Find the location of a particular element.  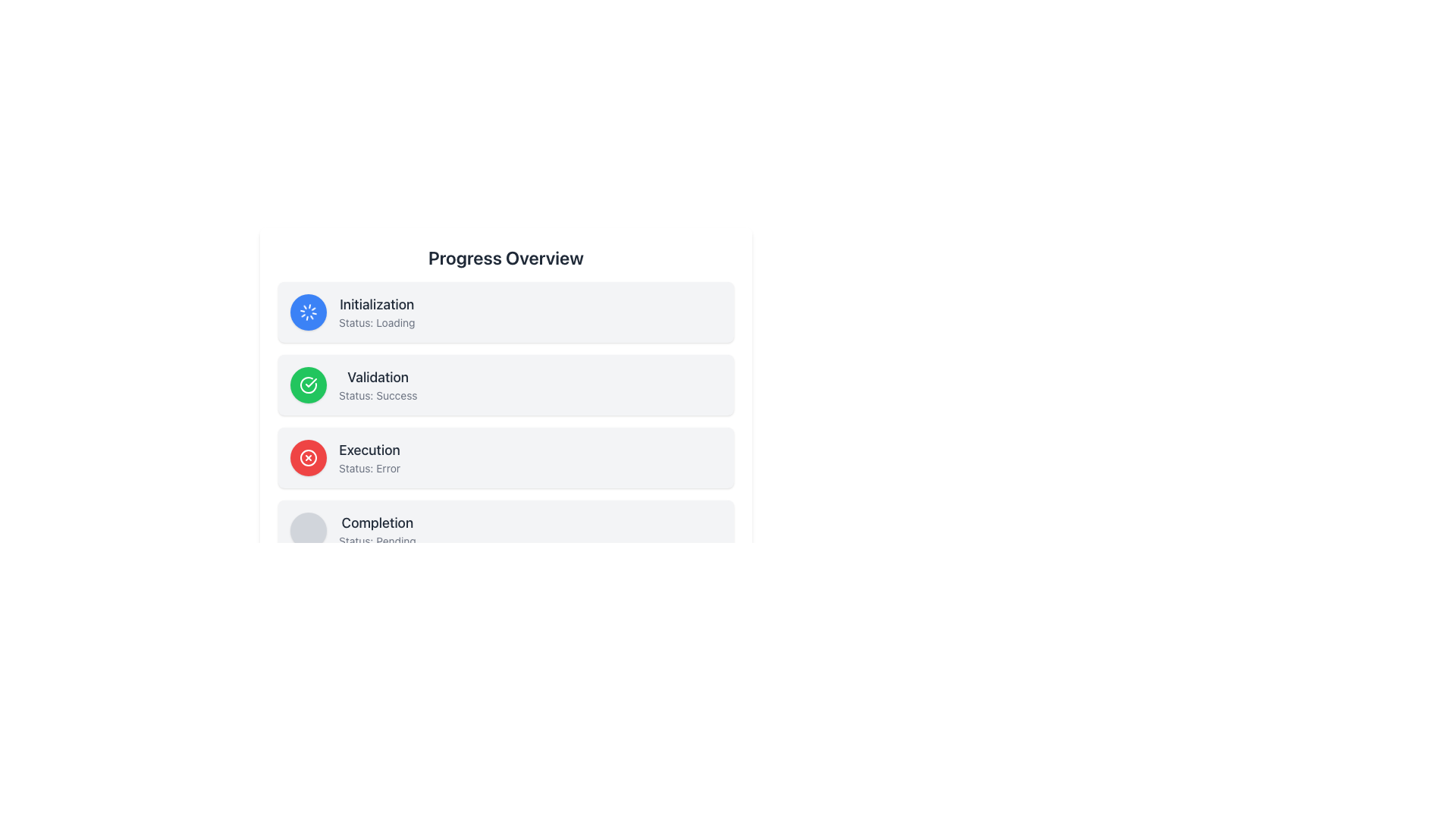

the header text label for the status information labeled 'Execution', which is positioned above the smaller text 'Status: Error' is located at coordinates (369, 450).